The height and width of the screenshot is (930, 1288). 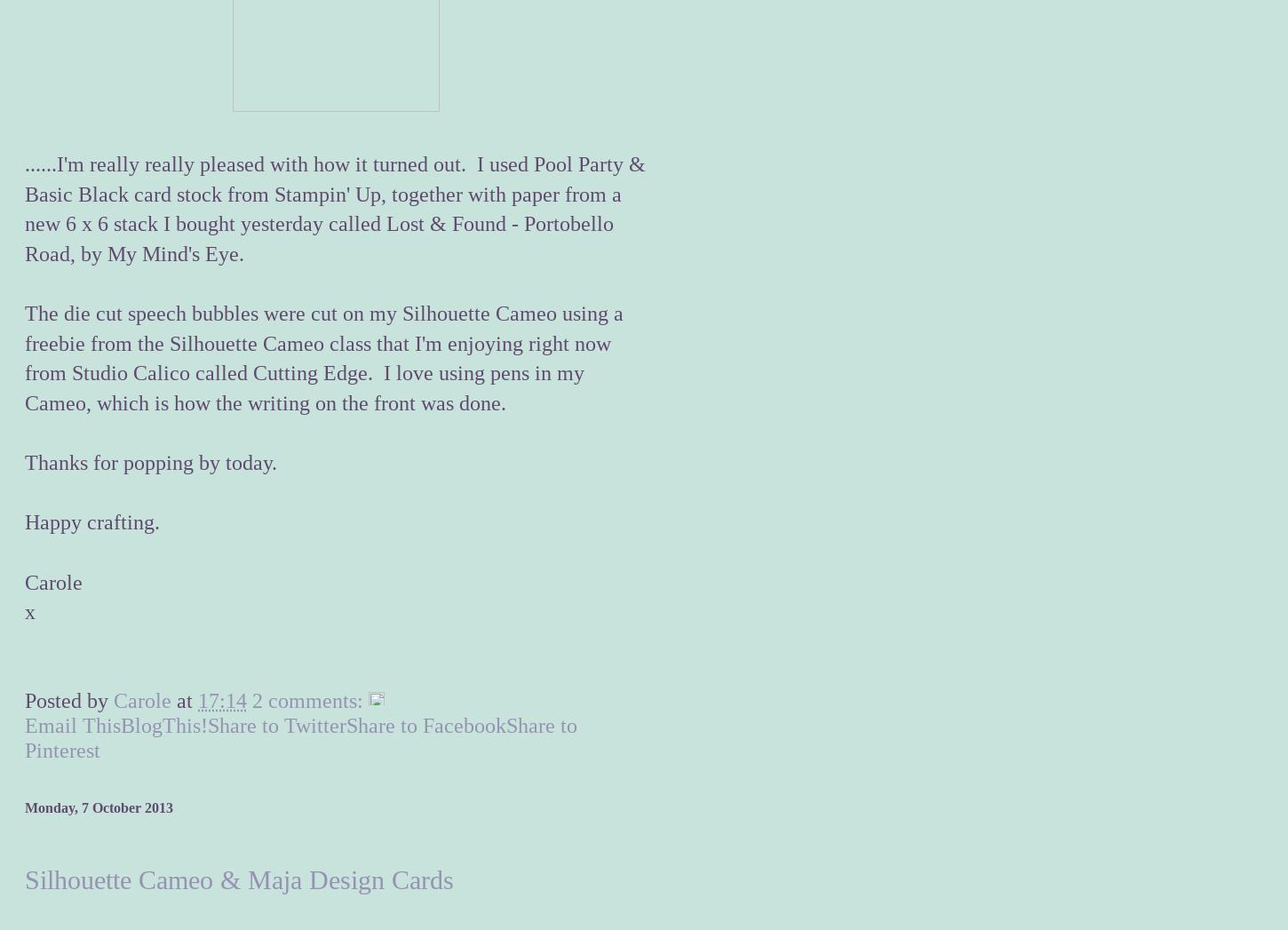 What do you see at coordinates (175, 700) in the screenshot?
I see `'at'` at bounding box center [175, 700].